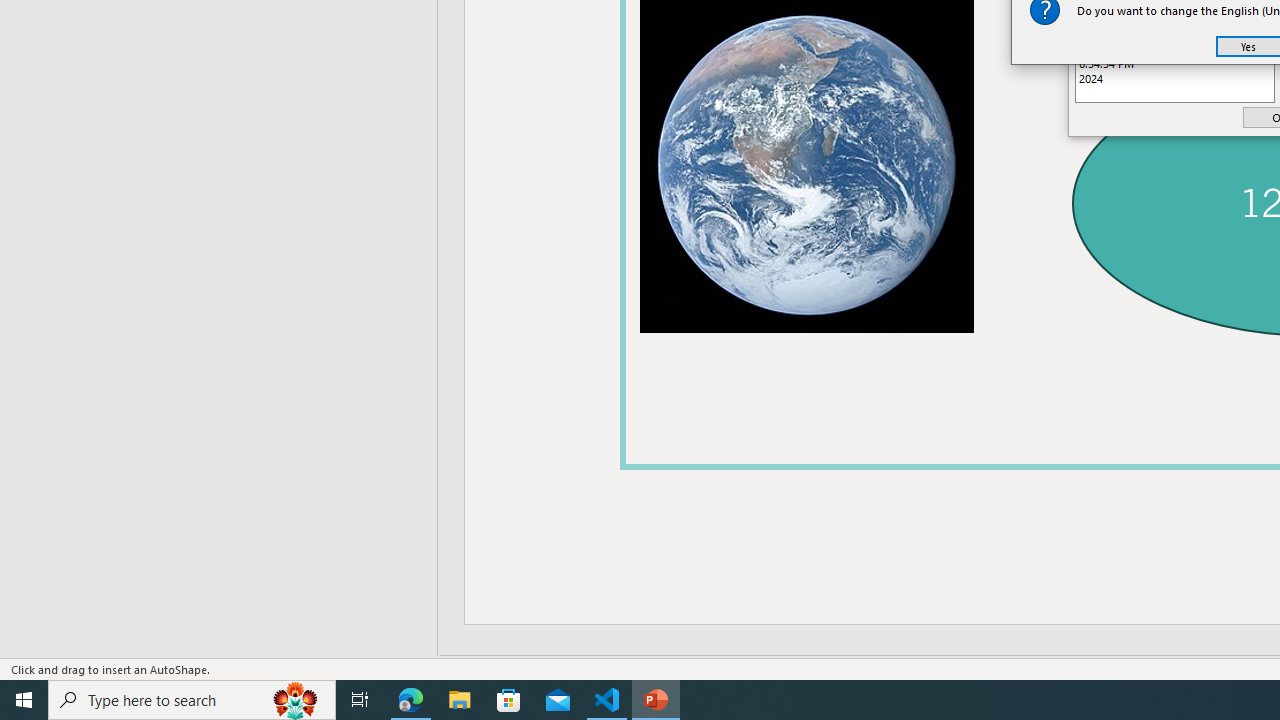 Image resolution: width=1280 pixels, height=720 pixels. Describe the element at coordinates (24, 698) in the screenshot. I see `'Start'` at that location.